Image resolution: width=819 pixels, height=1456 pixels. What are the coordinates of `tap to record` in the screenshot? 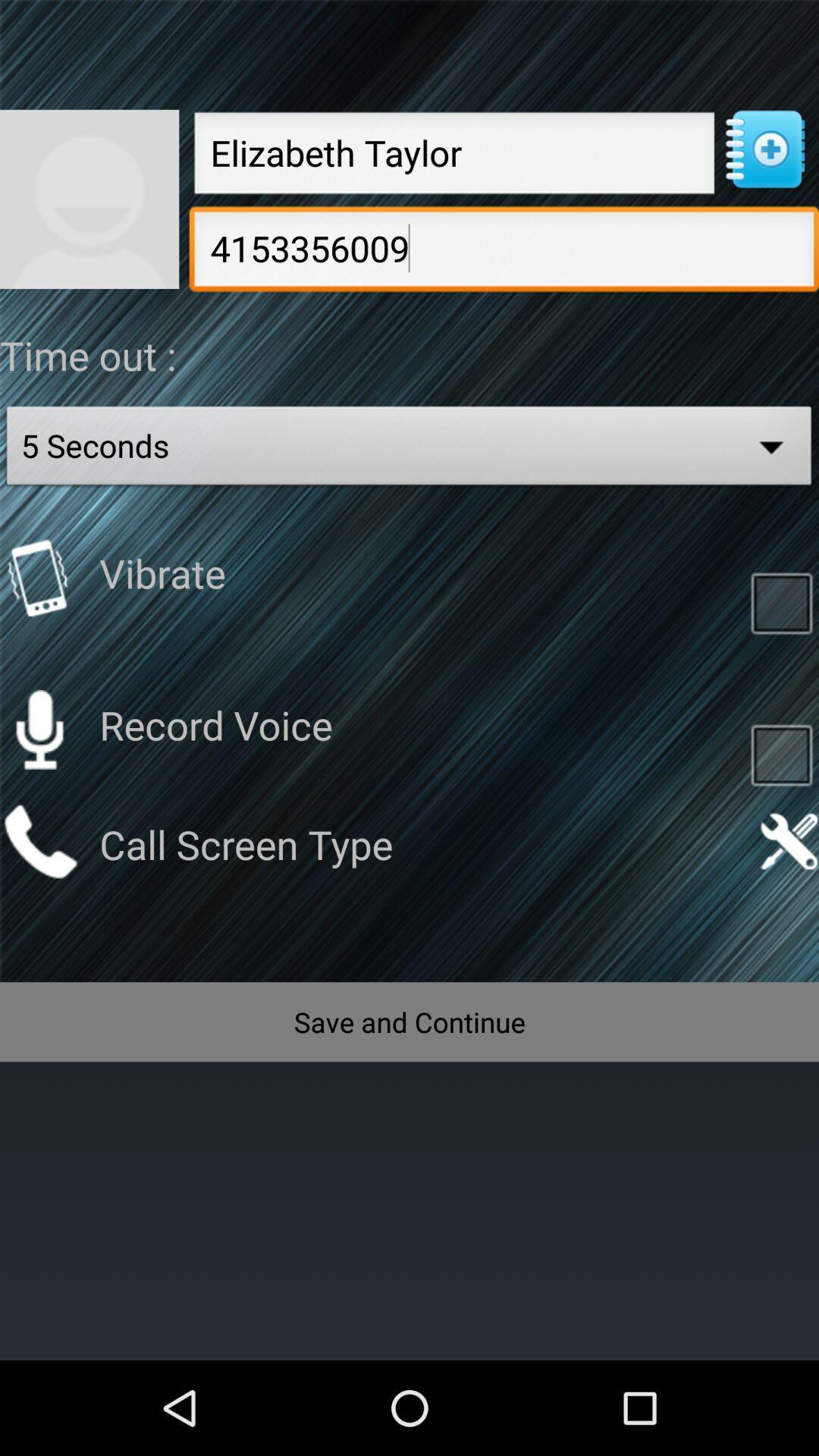 It's located at (781, 754).